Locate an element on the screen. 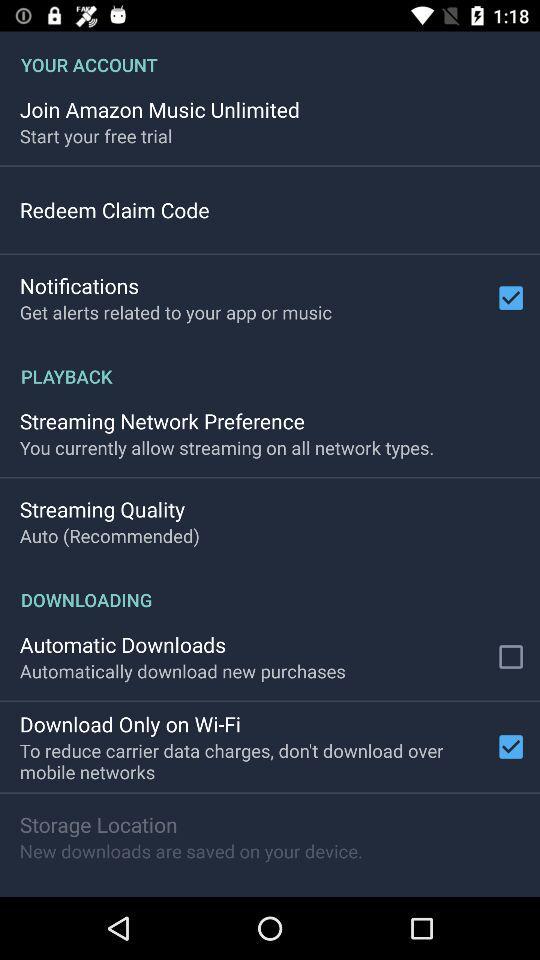  the app above storage location item is located at coordinates (253, 760).